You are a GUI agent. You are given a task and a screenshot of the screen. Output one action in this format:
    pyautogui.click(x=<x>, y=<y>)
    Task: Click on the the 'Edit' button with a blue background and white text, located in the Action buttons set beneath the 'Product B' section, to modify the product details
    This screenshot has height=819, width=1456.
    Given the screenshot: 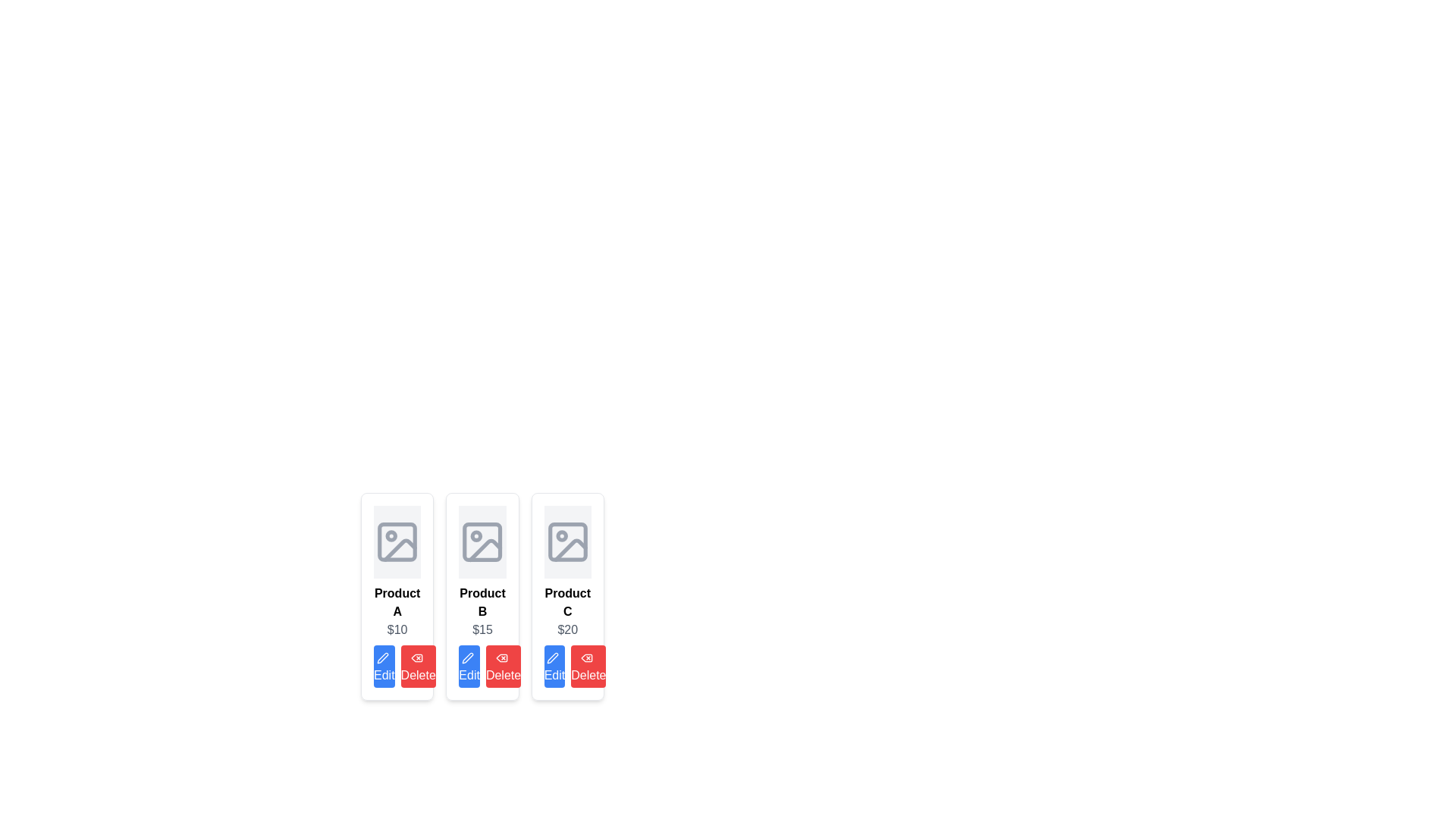 What is the action you would take?
    pyautogui.click(x=482, y=666)
    